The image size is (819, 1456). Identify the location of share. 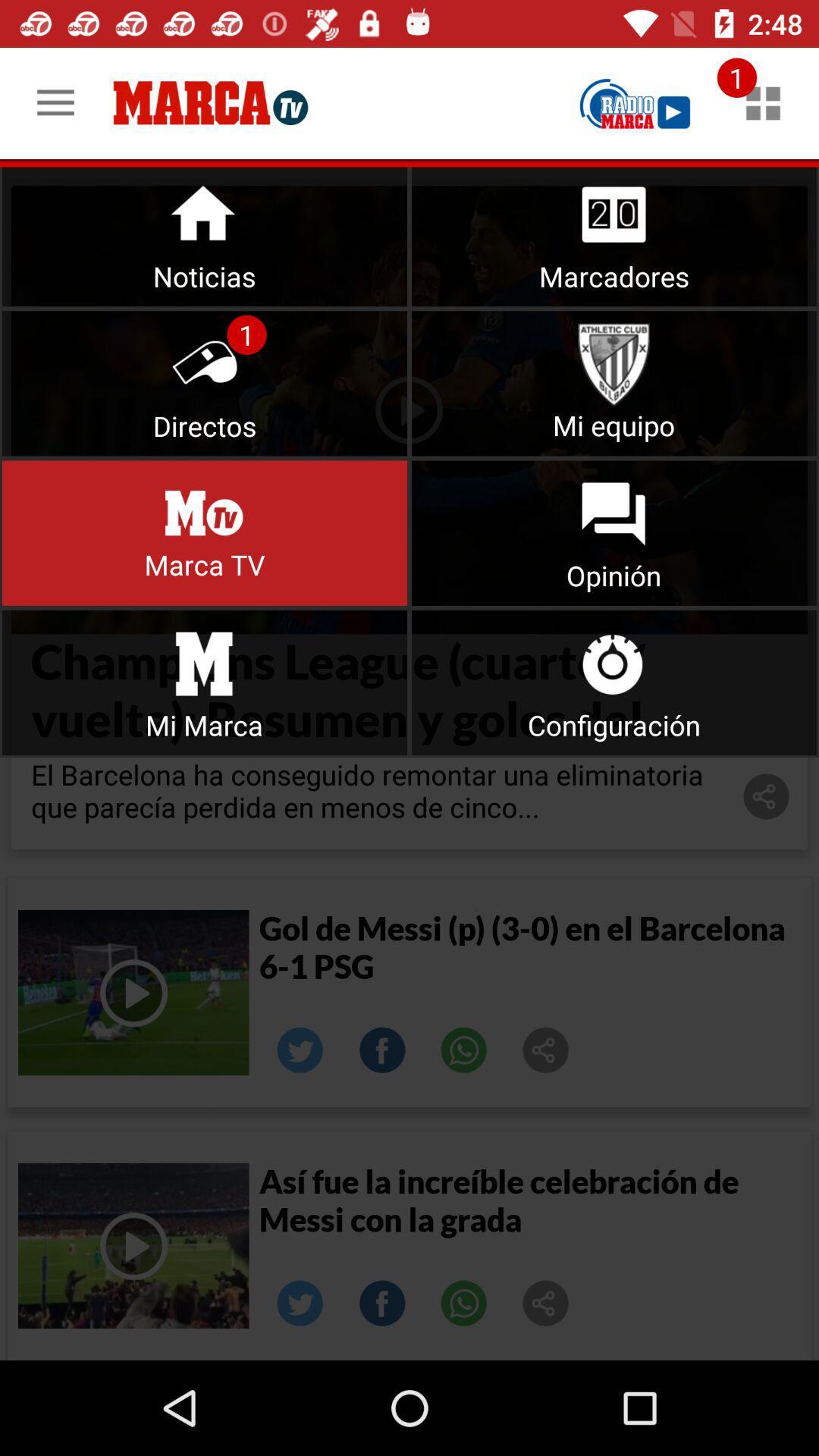
(300, 1302).